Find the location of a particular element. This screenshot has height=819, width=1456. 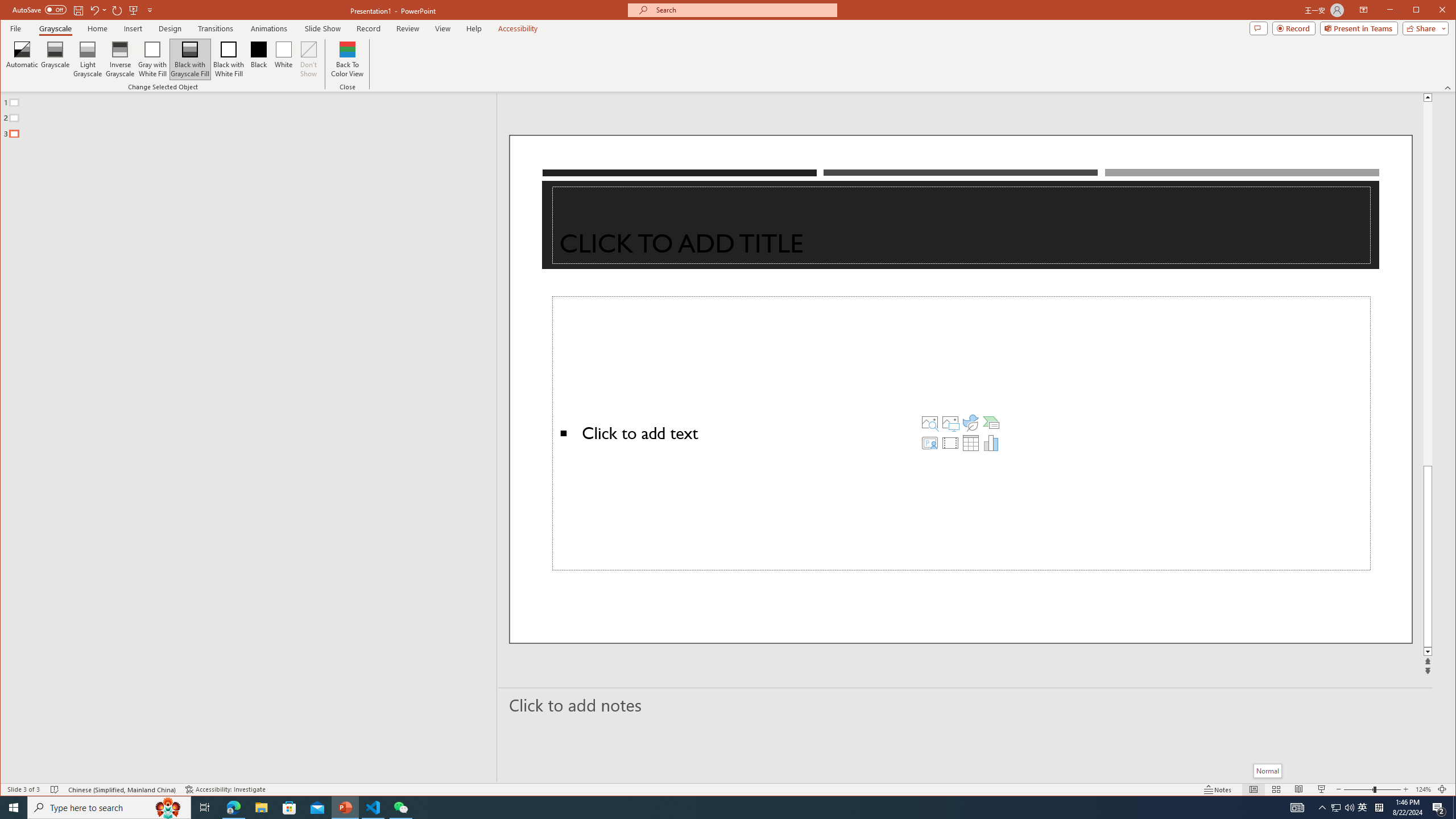

'Insert Table' is located at coordinates (971, 442).